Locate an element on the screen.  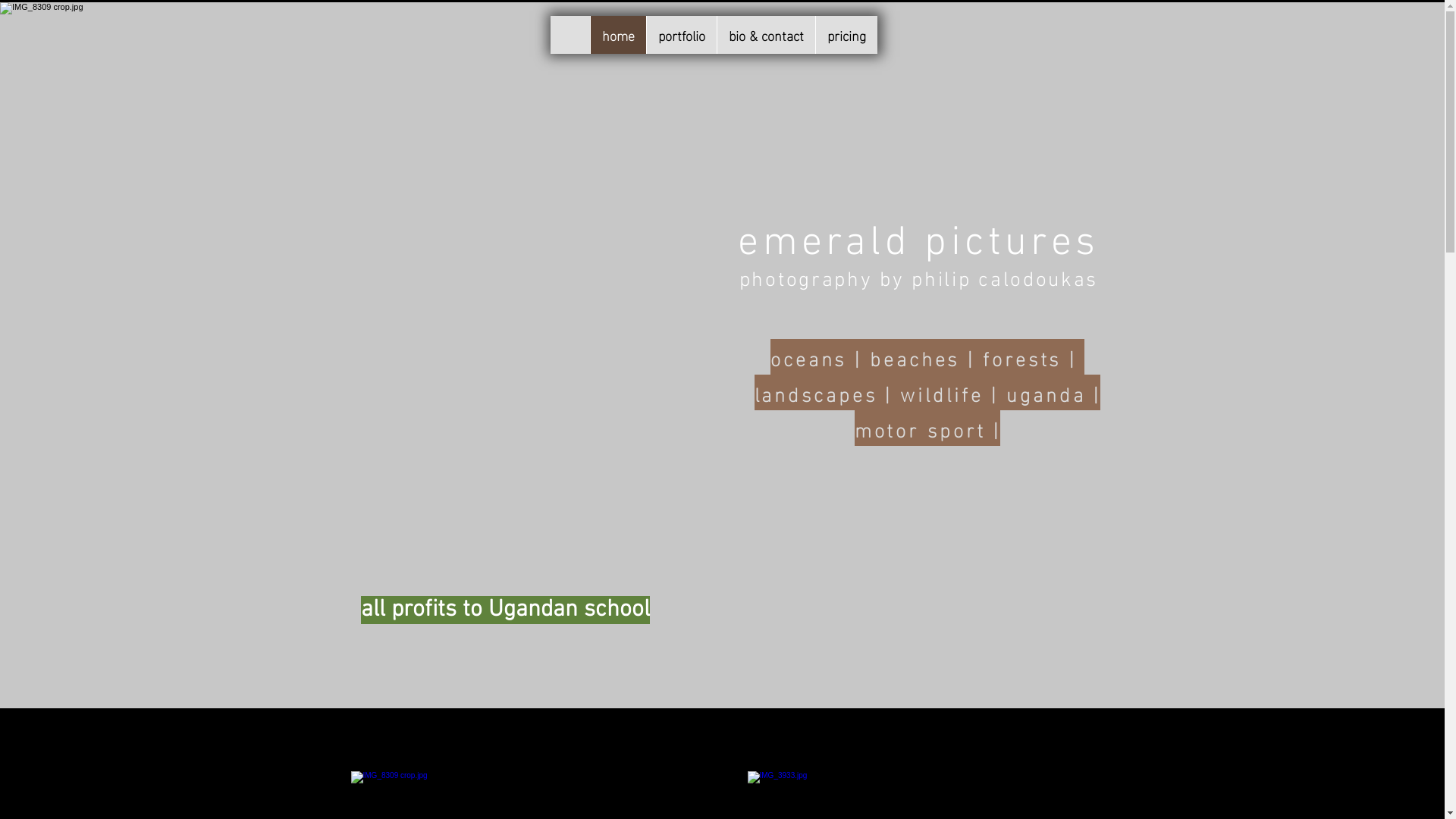
'home' is located at coordinates (618, 34).